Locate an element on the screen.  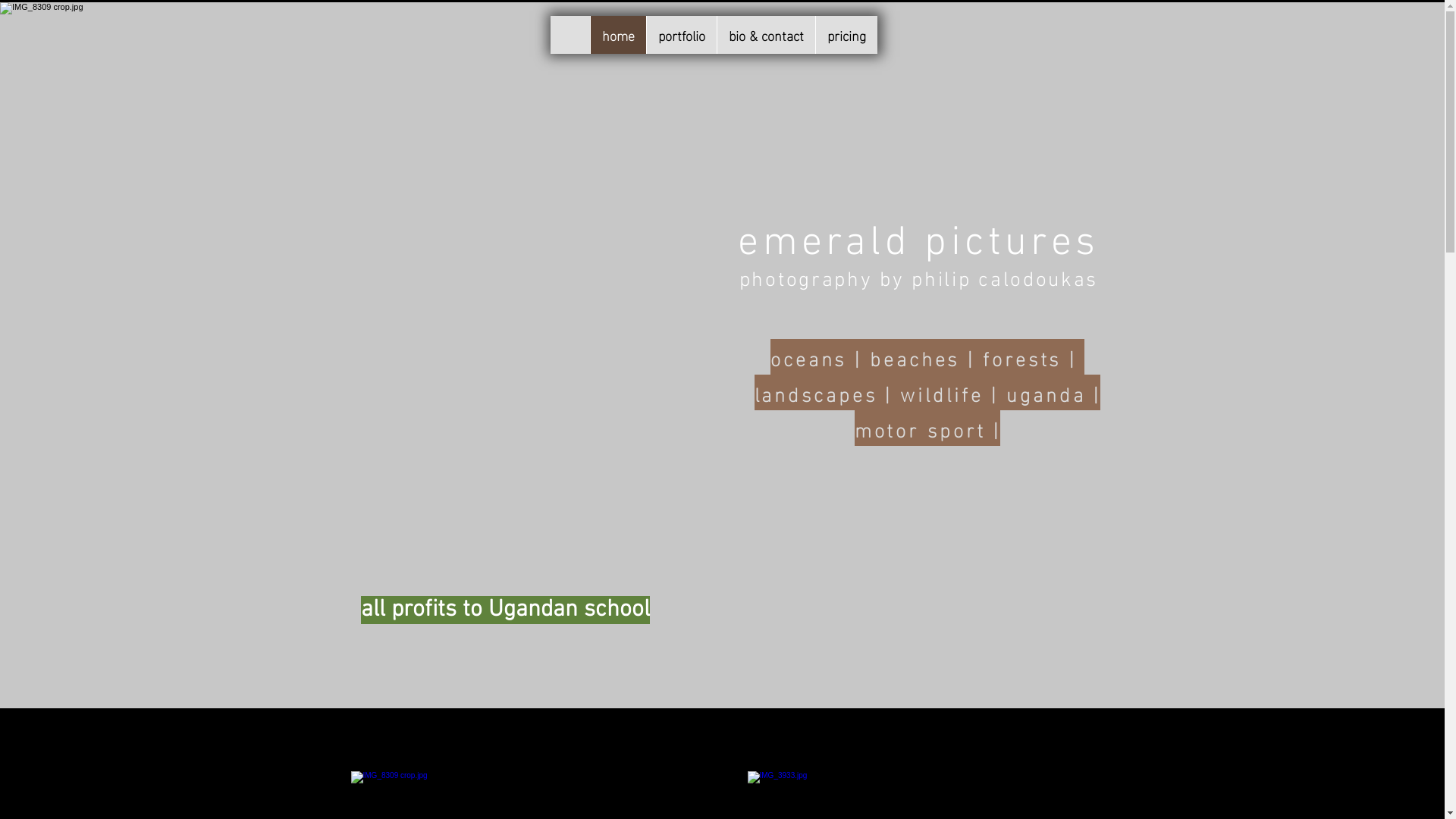
'home' is located at coordinates (618, 34).